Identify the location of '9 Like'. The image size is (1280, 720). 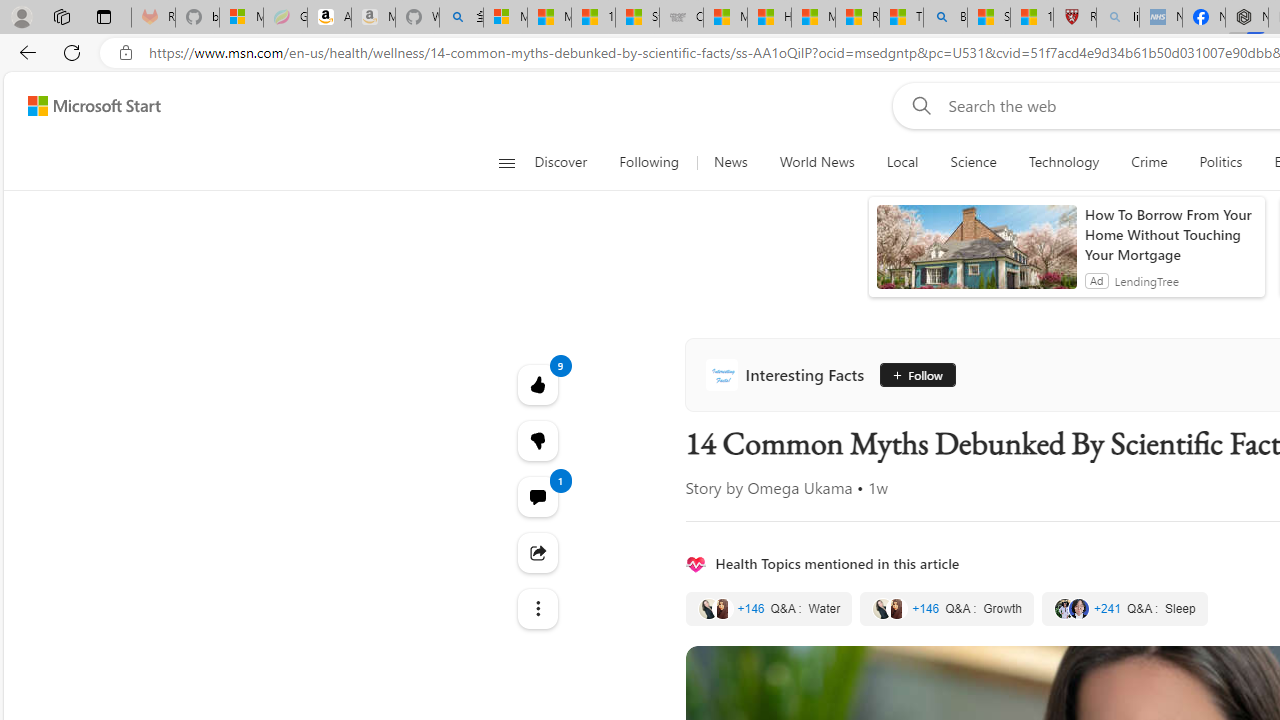
(537, 384).